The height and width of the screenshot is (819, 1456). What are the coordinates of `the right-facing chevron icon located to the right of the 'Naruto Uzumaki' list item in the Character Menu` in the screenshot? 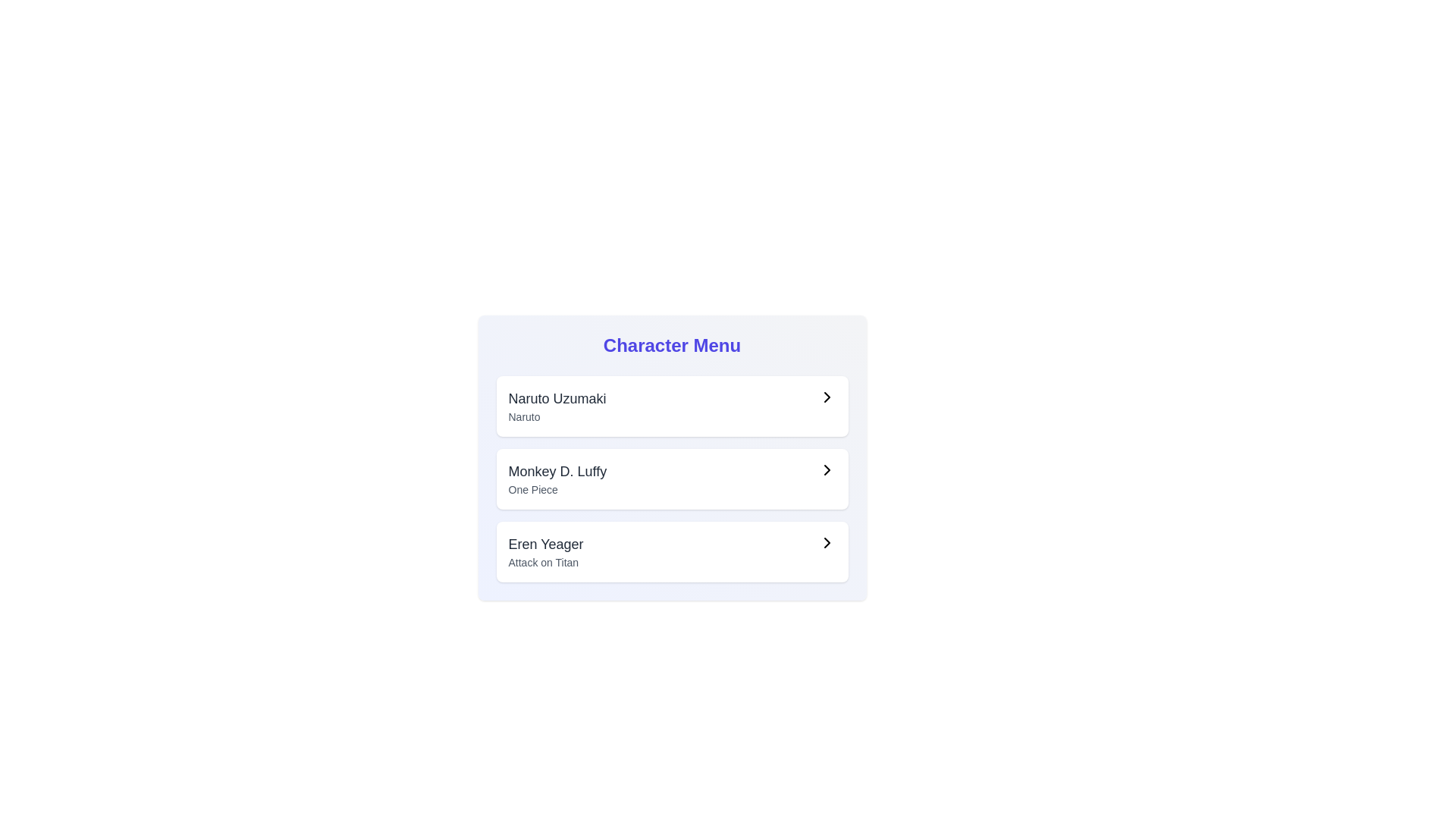 It's located at (826, 397).